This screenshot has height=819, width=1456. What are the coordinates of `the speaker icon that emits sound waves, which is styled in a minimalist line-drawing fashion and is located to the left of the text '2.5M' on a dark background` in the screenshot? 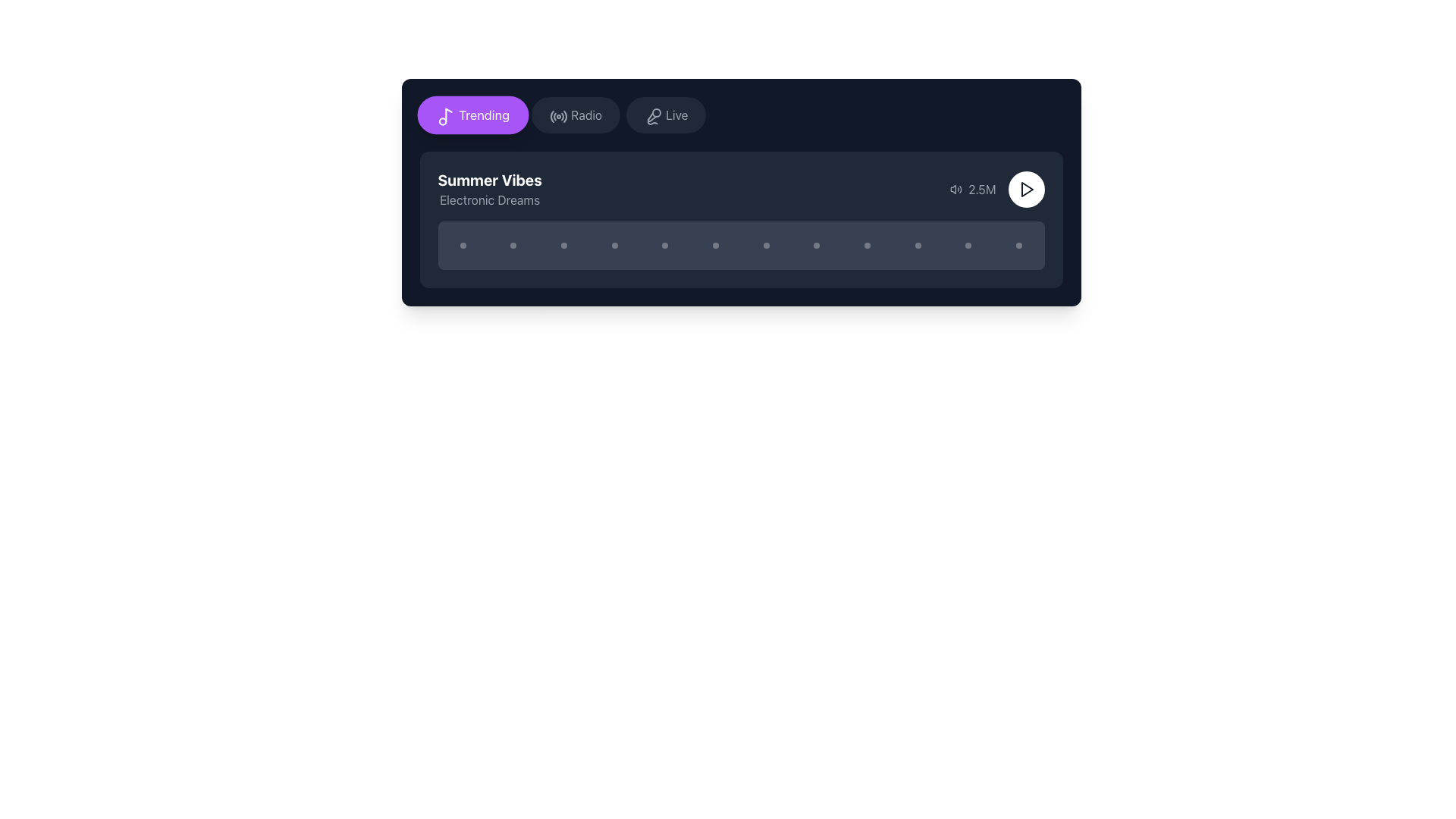 It's located at (955, 189).